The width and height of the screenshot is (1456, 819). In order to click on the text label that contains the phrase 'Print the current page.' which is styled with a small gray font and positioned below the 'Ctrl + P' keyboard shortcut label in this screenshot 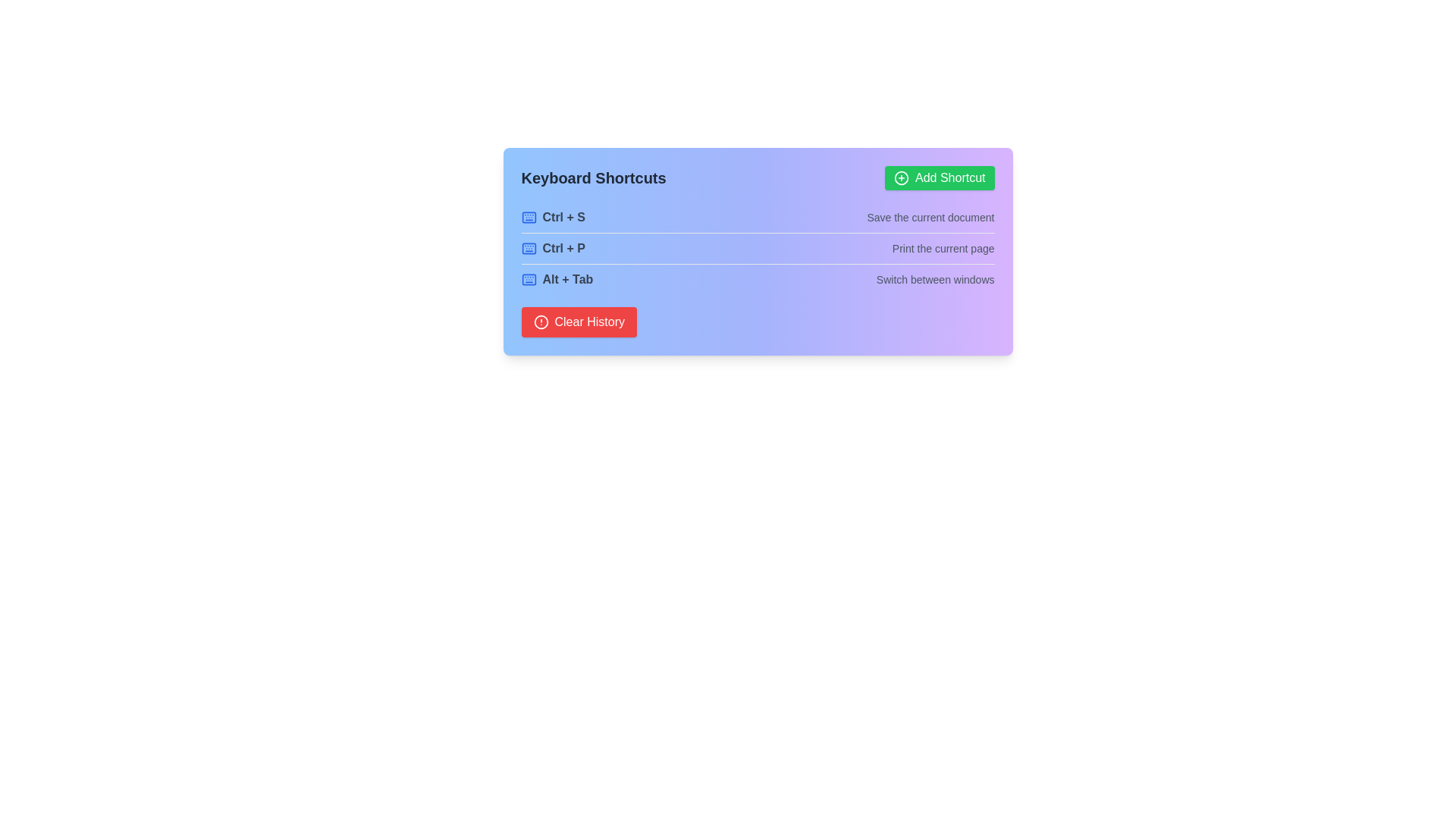, I will do `click(943, 247)`.